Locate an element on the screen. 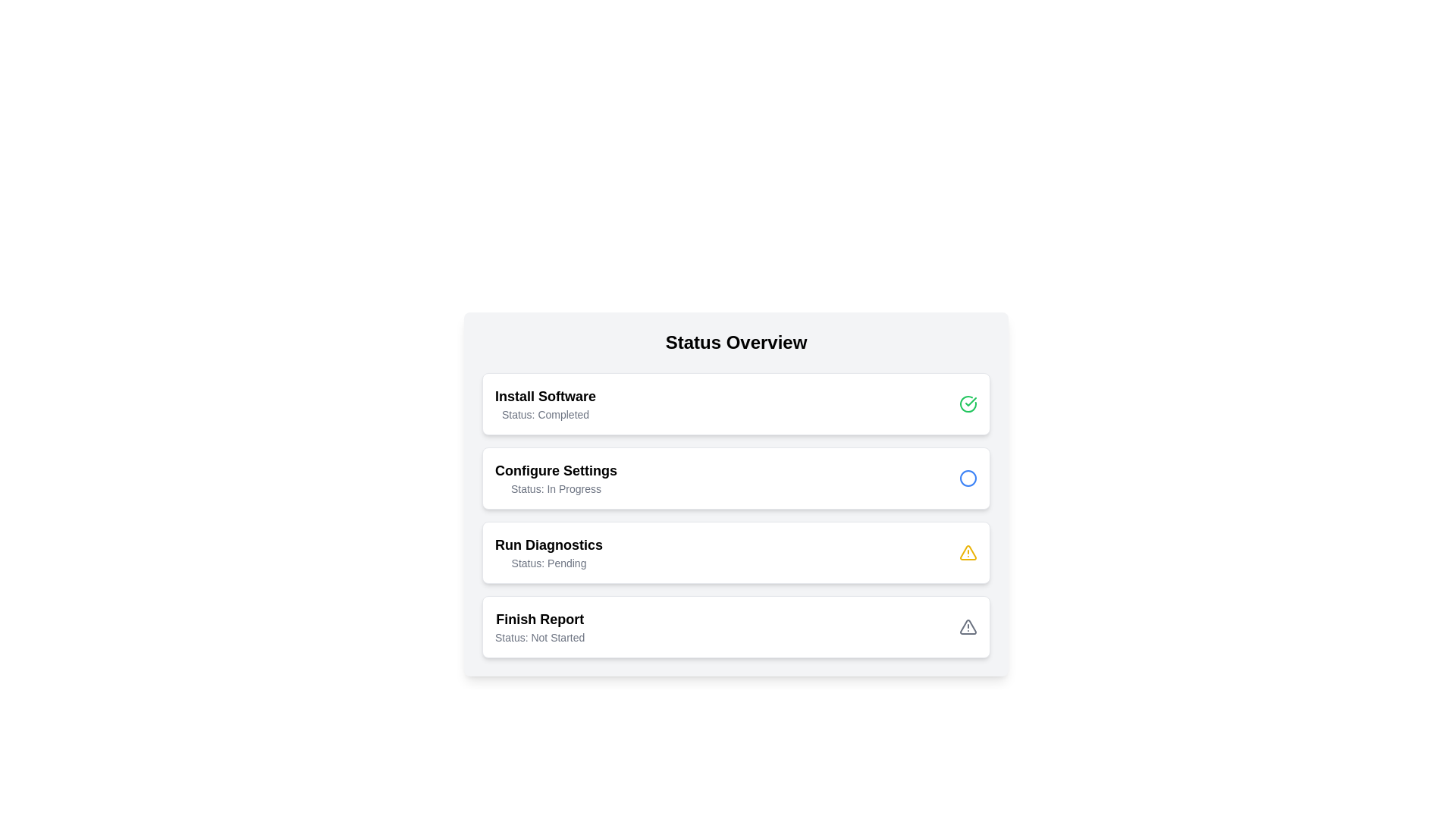 This screenshot has height=819, width=1456. the warning icon located on the far right side of the fourth row in the status overview list, next to the 'Status: Not Started' text for the 'Finish Report' item is located at coordinates (967, 626).